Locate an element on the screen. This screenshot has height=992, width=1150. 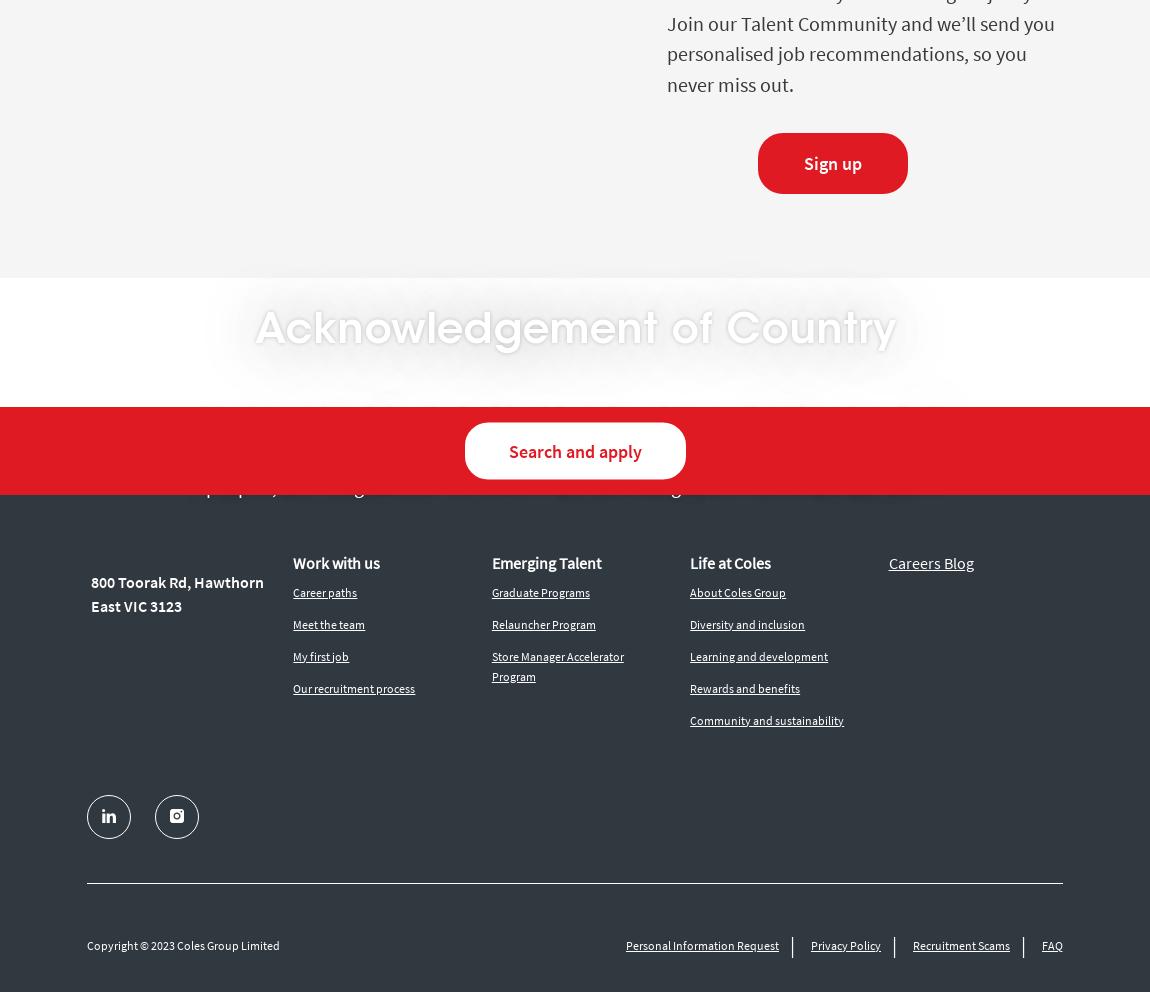
'Diversity and inclusion' is located at coordinates (746, 623).